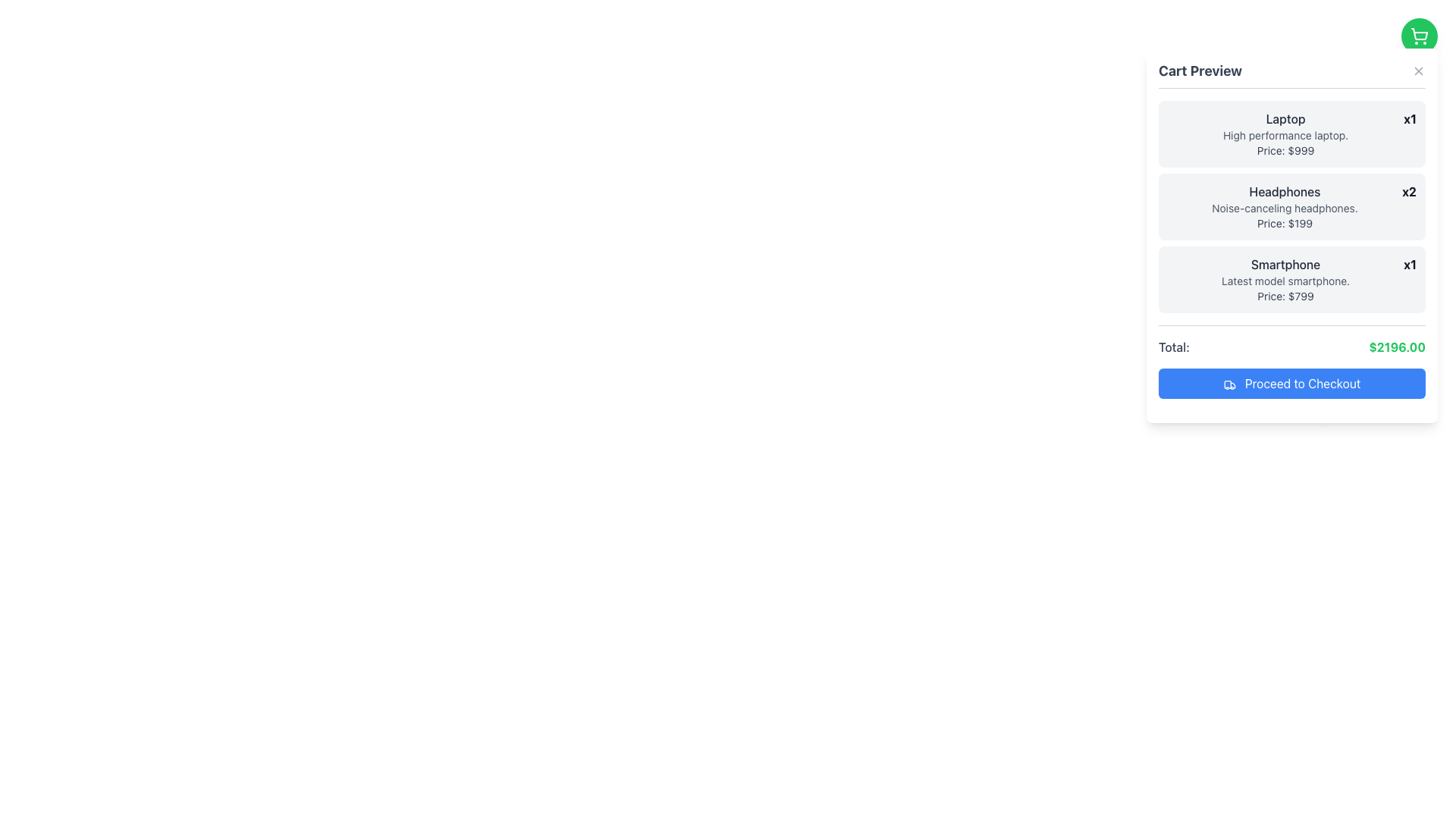  What do you see at coordinates (1285, 134) in the screenshot?
I see `the text label that reads 'High performance laptop.', which is styled in light gray and positioned beneath the title 'Laptop' in the cart preview section` at bounding box center [1285, 134].